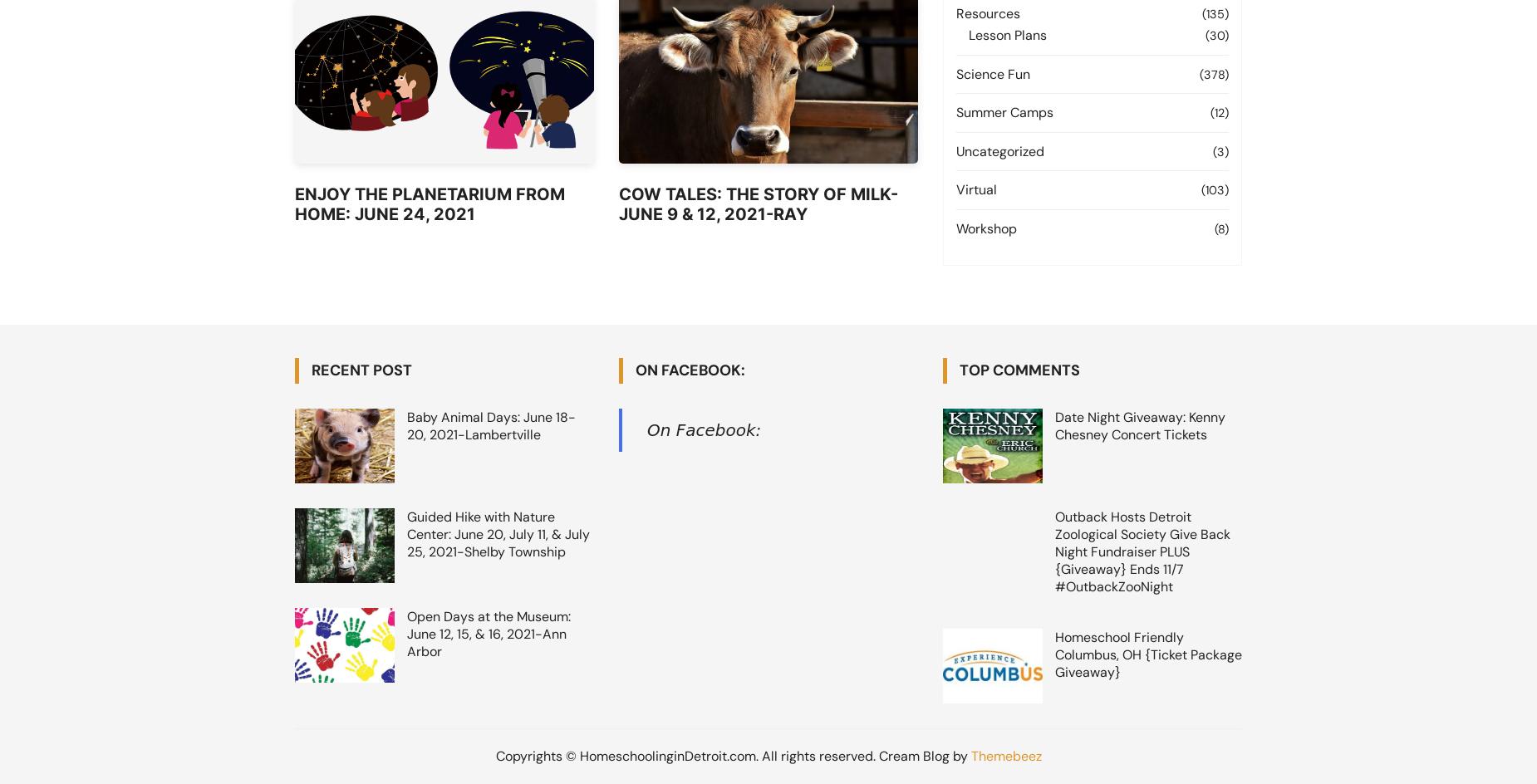  I want to click on 'Top comments', so click(1019, 369).